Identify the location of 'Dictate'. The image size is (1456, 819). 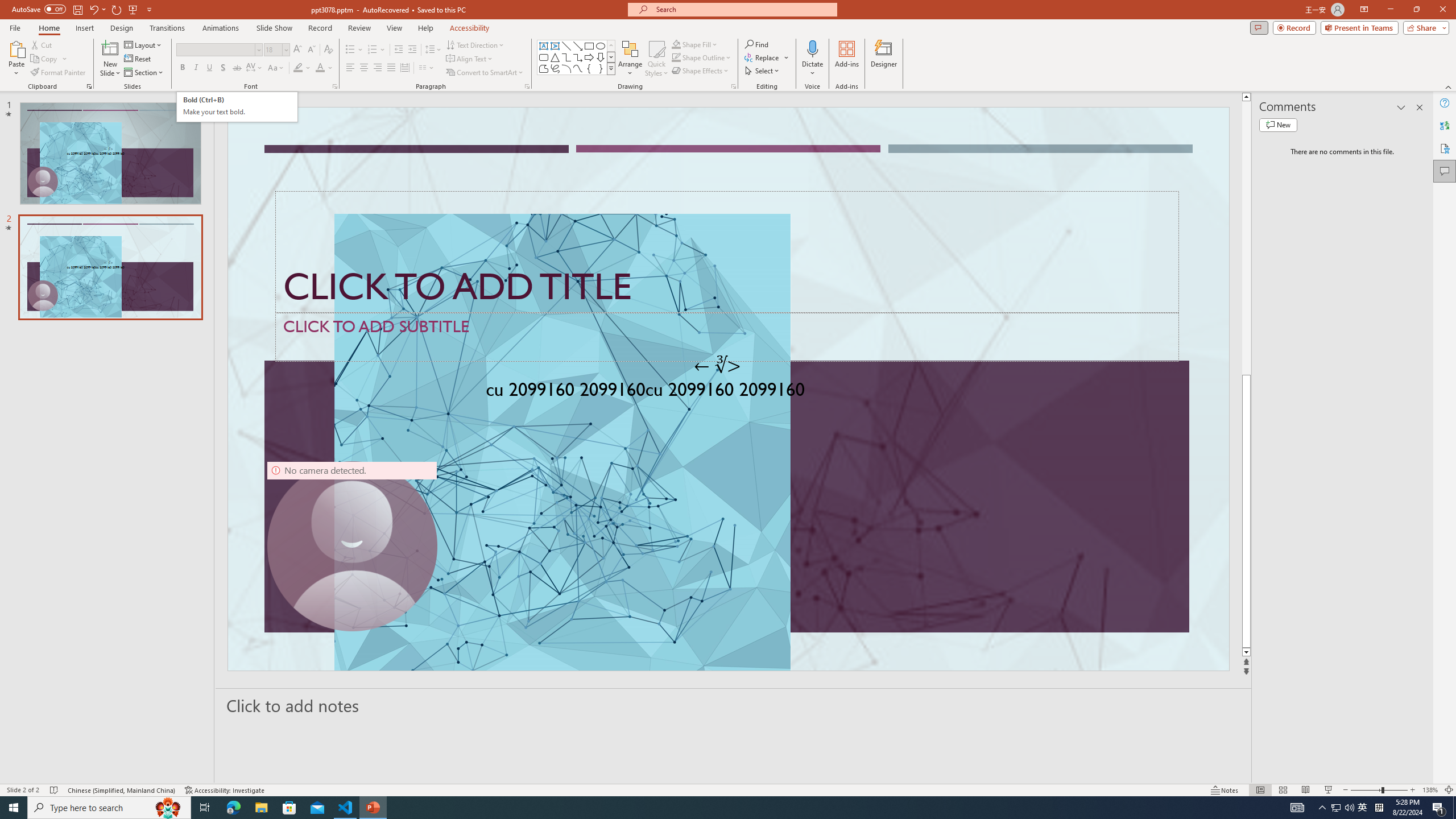
(812, 48).